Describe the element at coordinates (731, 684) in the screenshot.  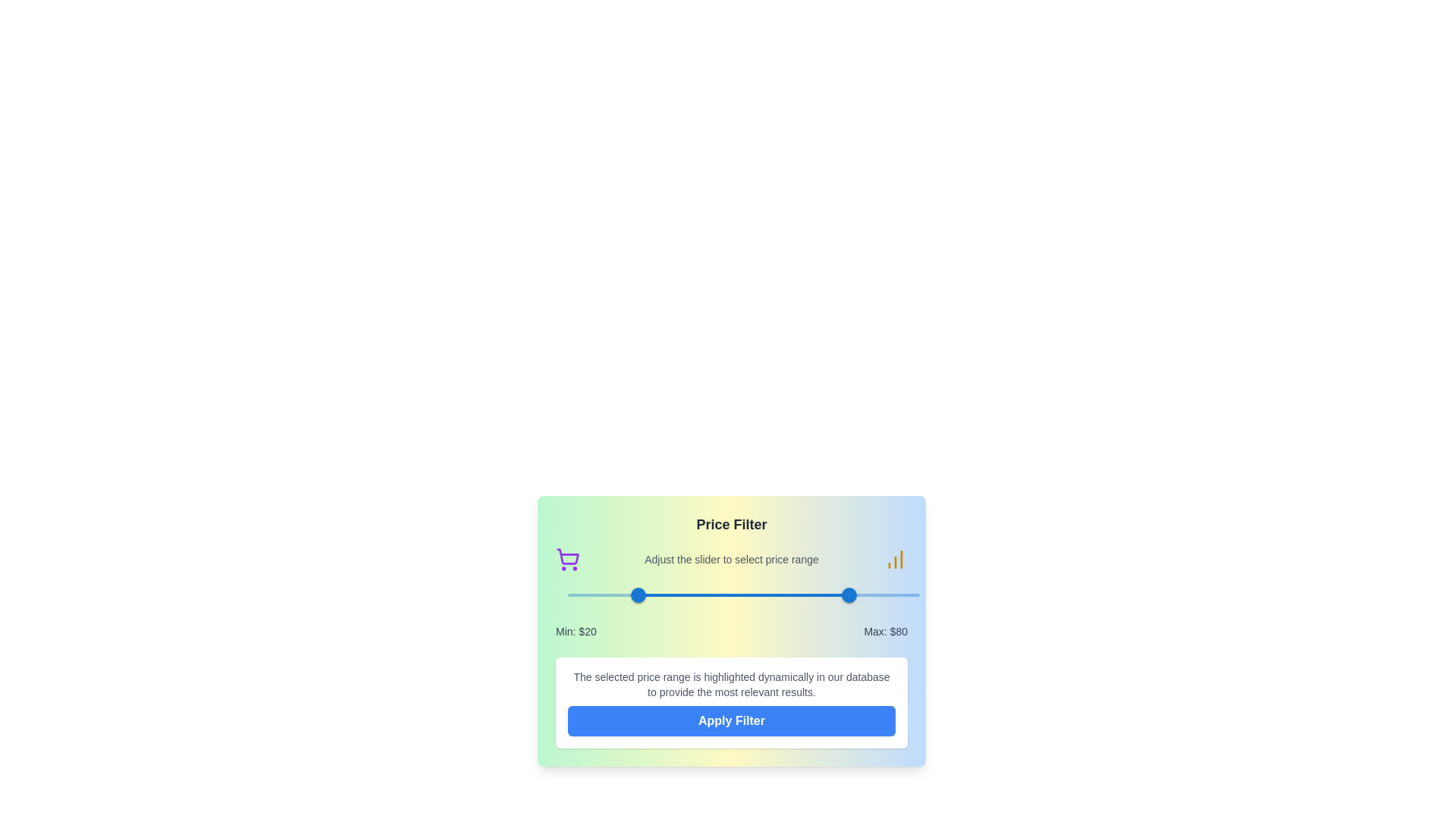
I see `the static textual content that displays the sentence: 'The selected price range is highlighted dynamically in our database to provide the most relevant results.'` at that location.